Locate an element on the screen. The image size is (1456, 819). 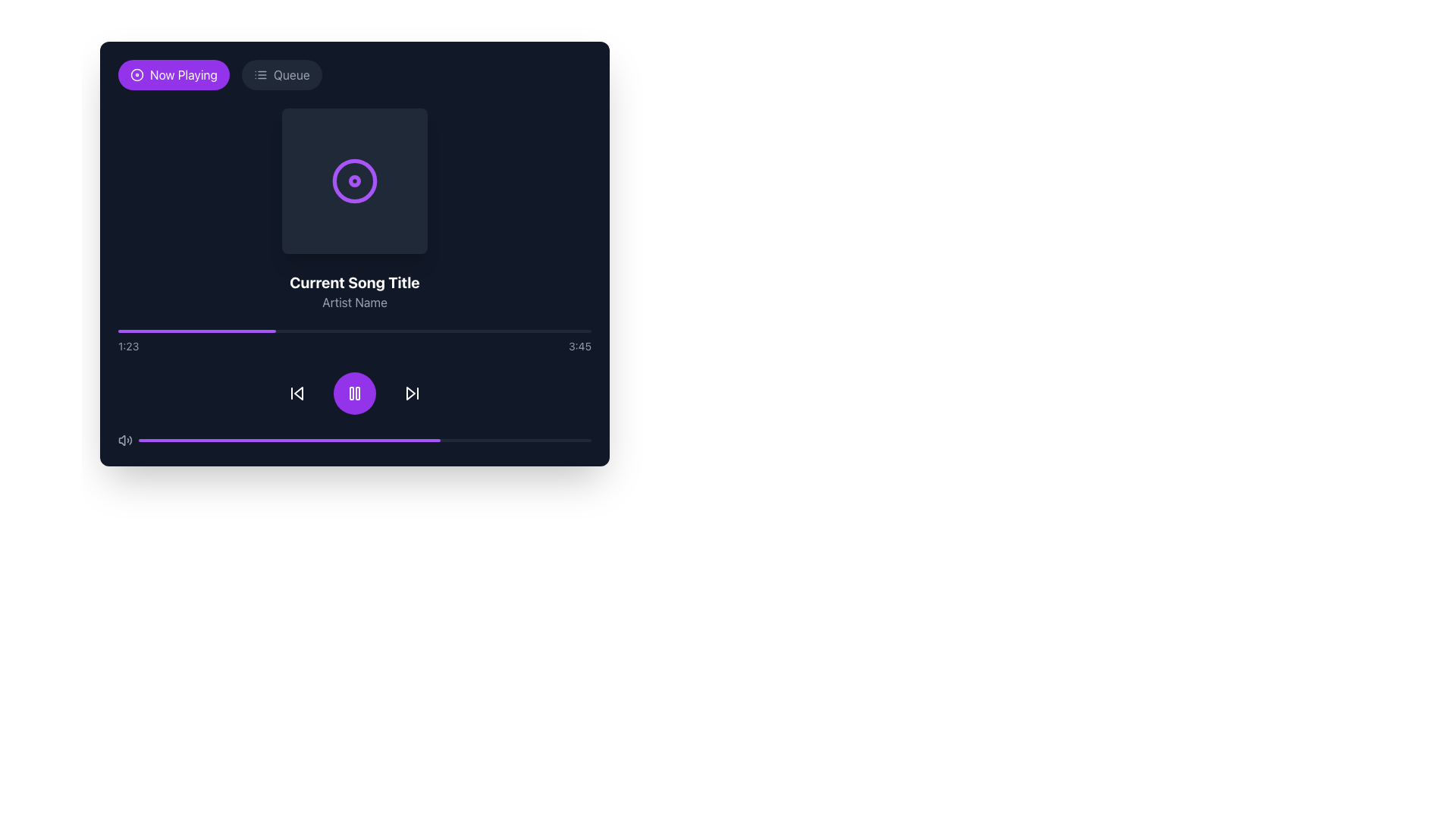
the 'Artist Name' text label, which is a light gray colored text element positioned centrally below the 'Current Song Title' is located at coordinates (353, 302).